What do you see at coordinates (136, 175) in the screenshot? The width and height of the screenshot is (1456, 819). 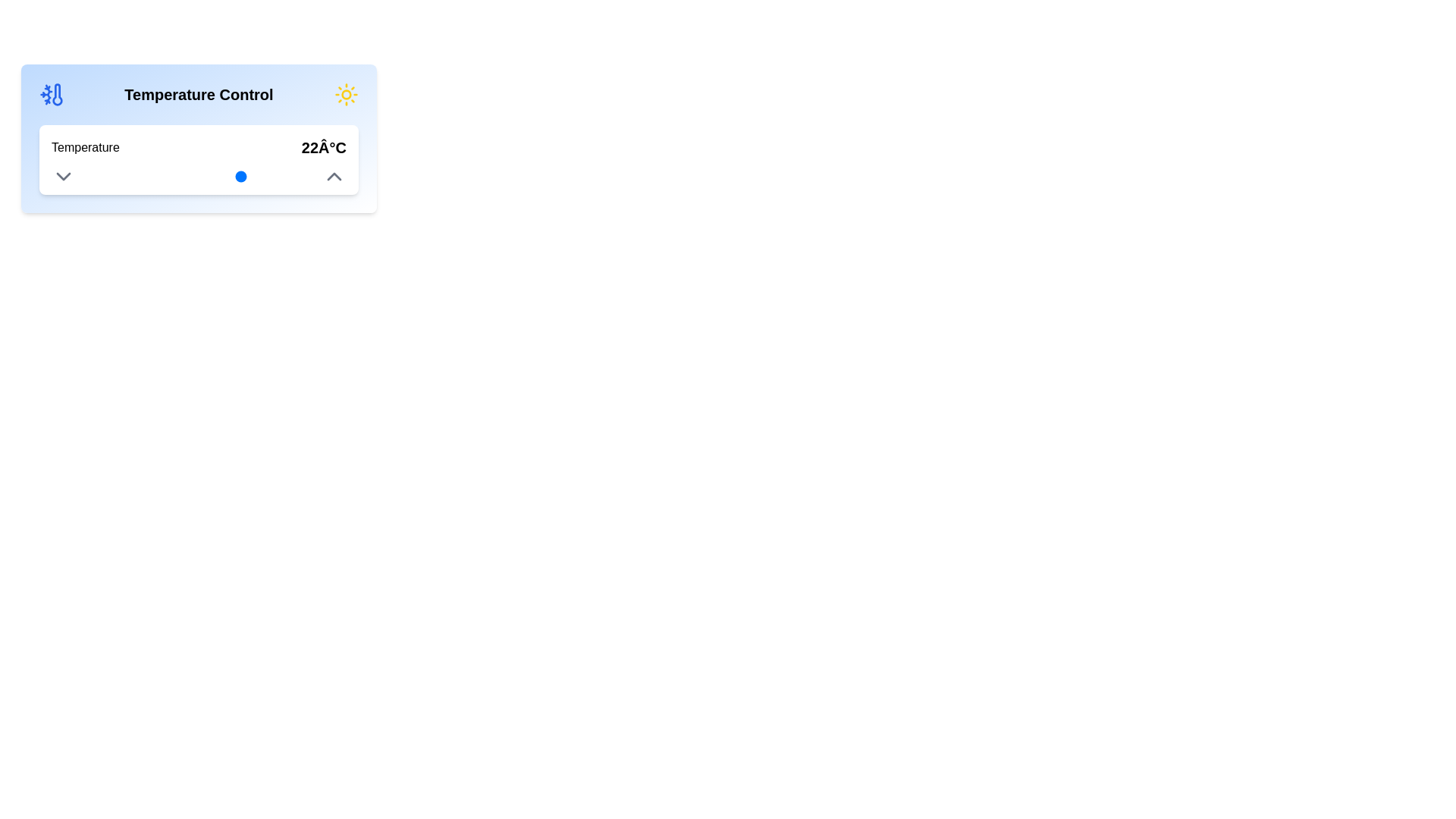 I see `the temperature` at bounding box center [136, 175].